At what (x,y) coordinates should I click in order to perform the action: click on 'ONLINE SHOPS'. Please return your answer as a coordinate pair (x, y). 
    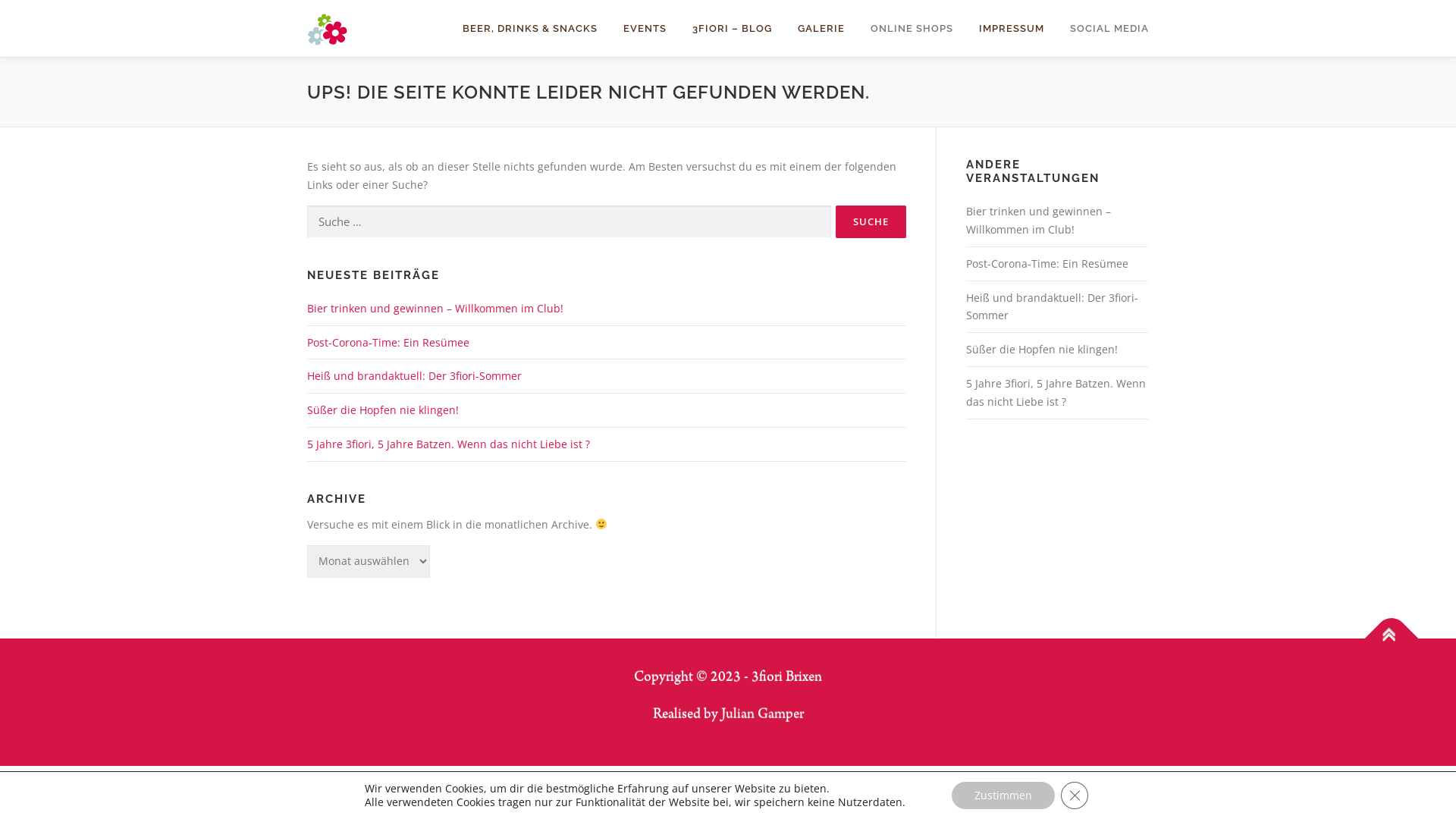
    Looking at the image, I should click on (911, 28).